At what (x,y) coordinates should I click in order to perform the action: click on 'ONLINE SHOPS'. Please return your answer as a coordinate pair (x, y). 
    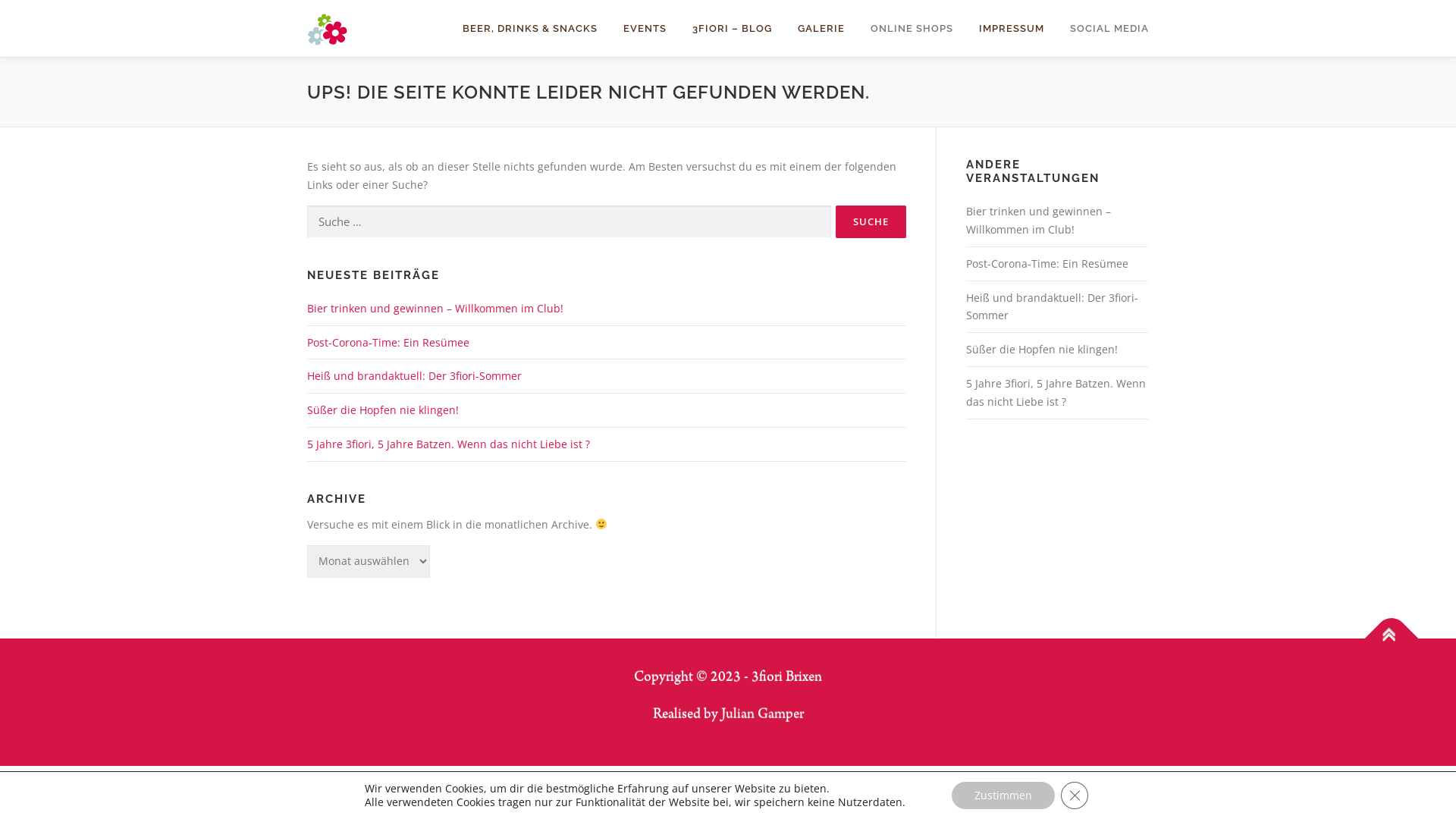
    Looking at the image, I should click on (911, 28).